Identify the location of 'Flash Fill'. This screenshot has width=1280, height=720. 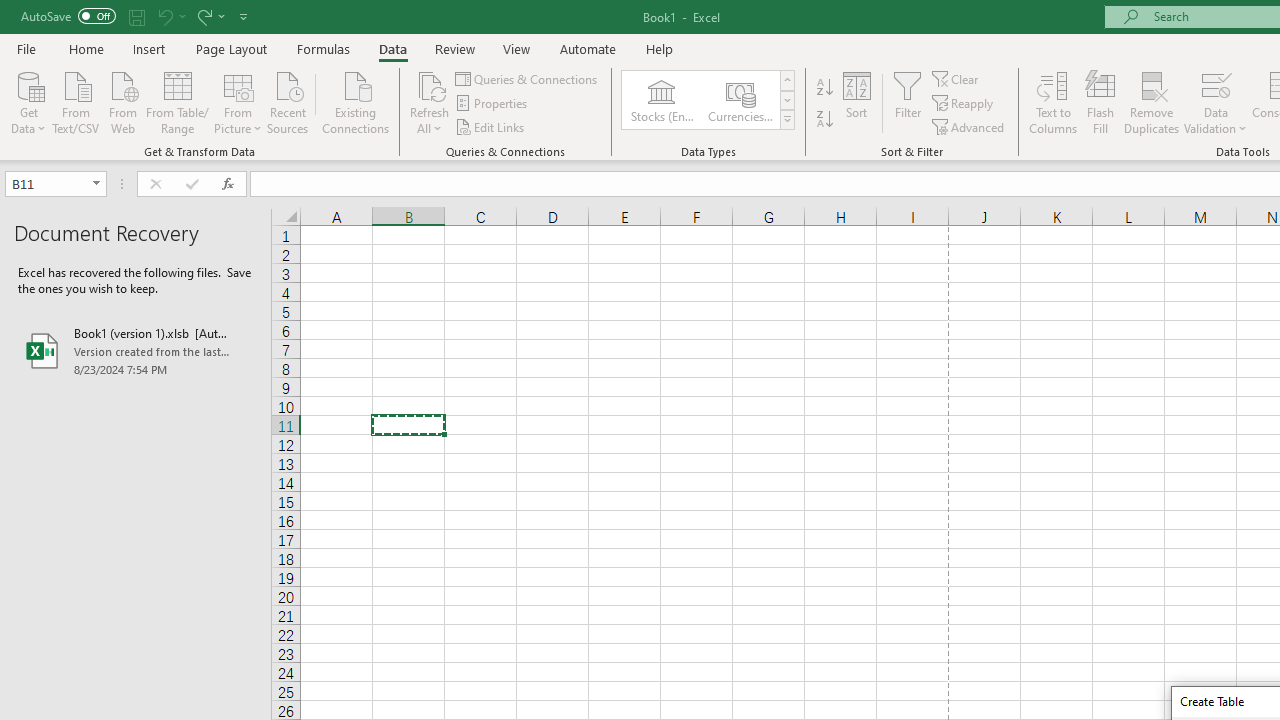
(1100, 103).